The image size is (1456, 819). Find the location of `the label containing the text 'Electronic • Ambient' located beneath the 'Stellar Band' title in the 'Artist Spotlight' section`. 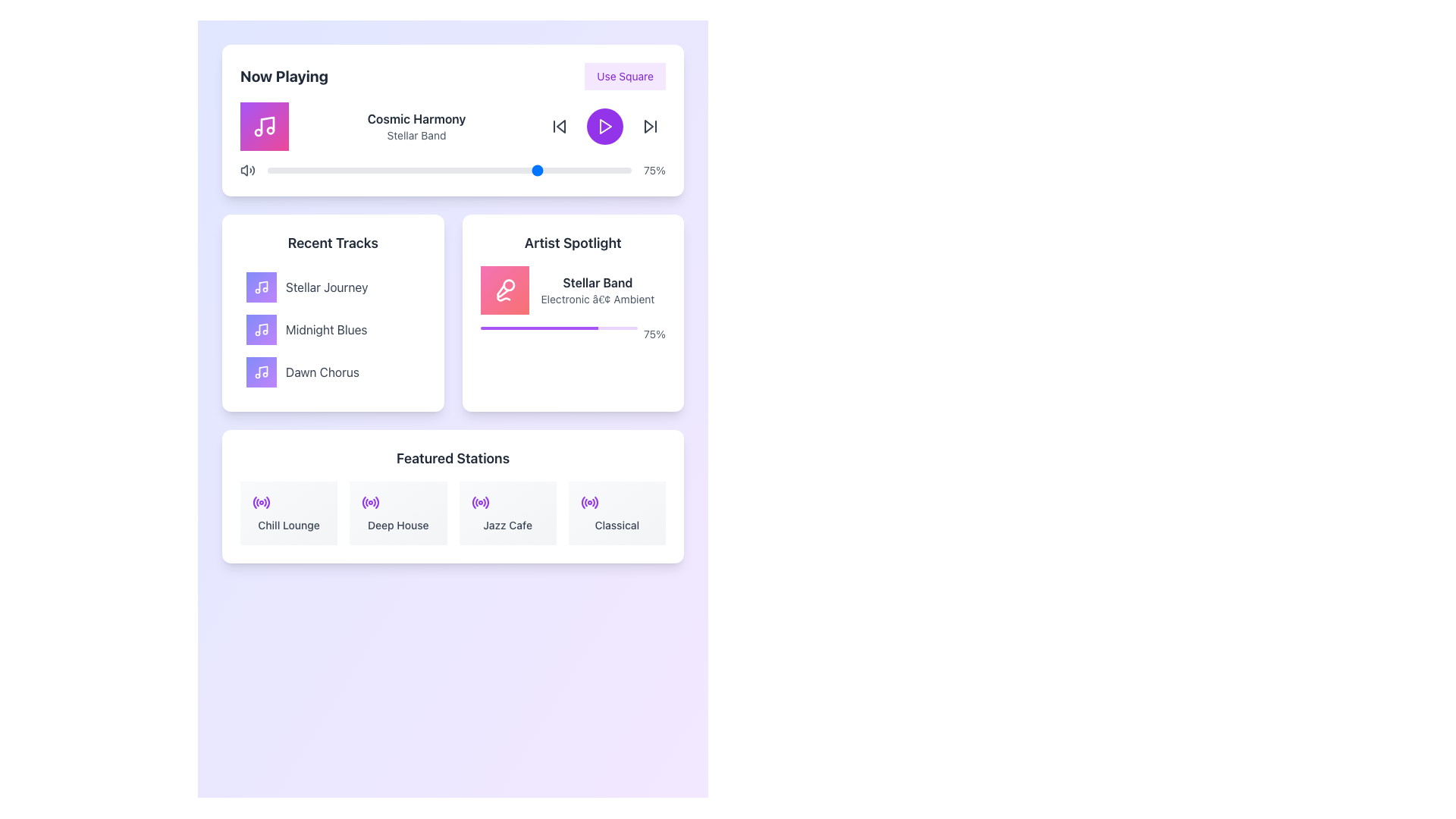

the label containing the text 'Electronic • Ambient' located beneath the 'Stellar Band' title in the 'Artist Spotlight' section is located at coordinates (597, 299).